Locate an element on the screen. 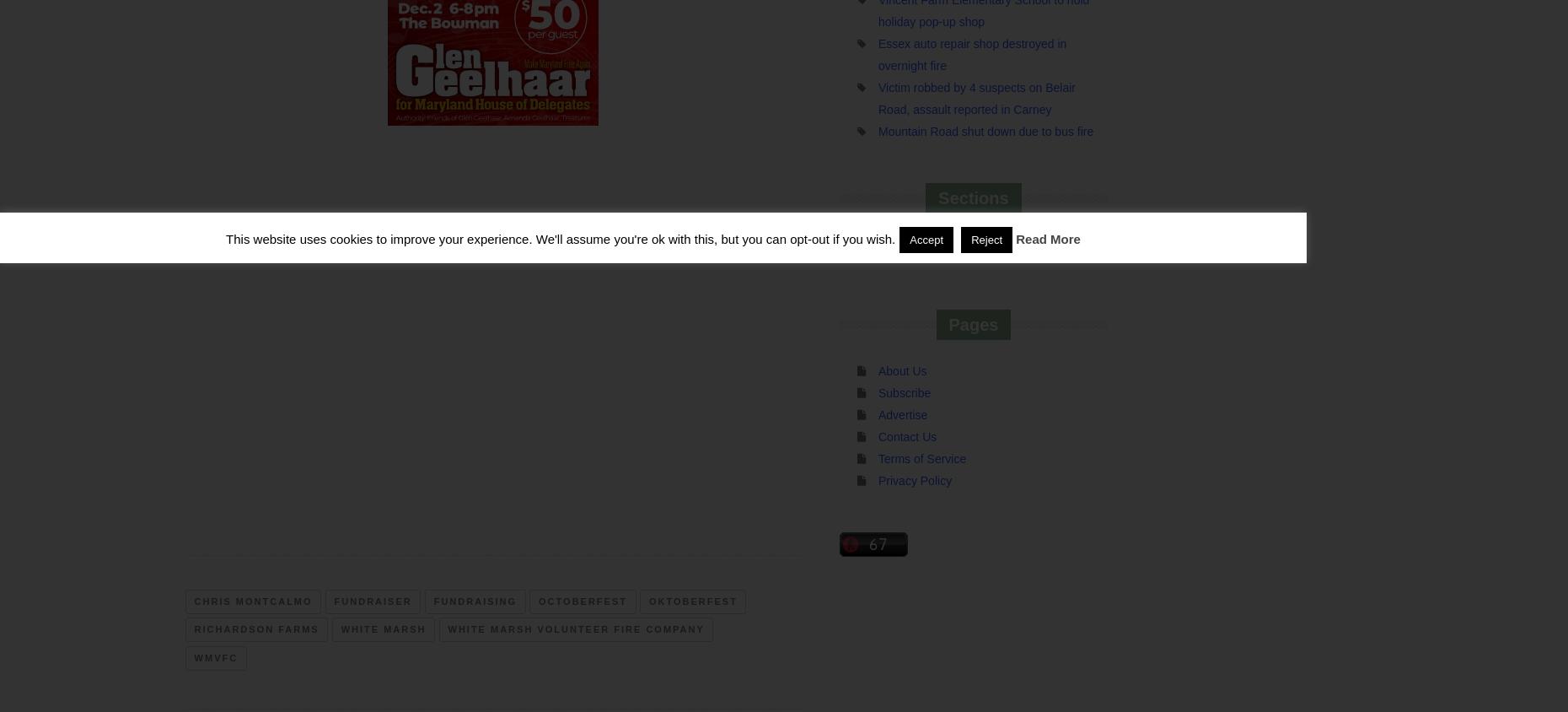 The width and height of the screenshot is (1568, 712). 'Contact Us' is located at coordinates (907, 435).